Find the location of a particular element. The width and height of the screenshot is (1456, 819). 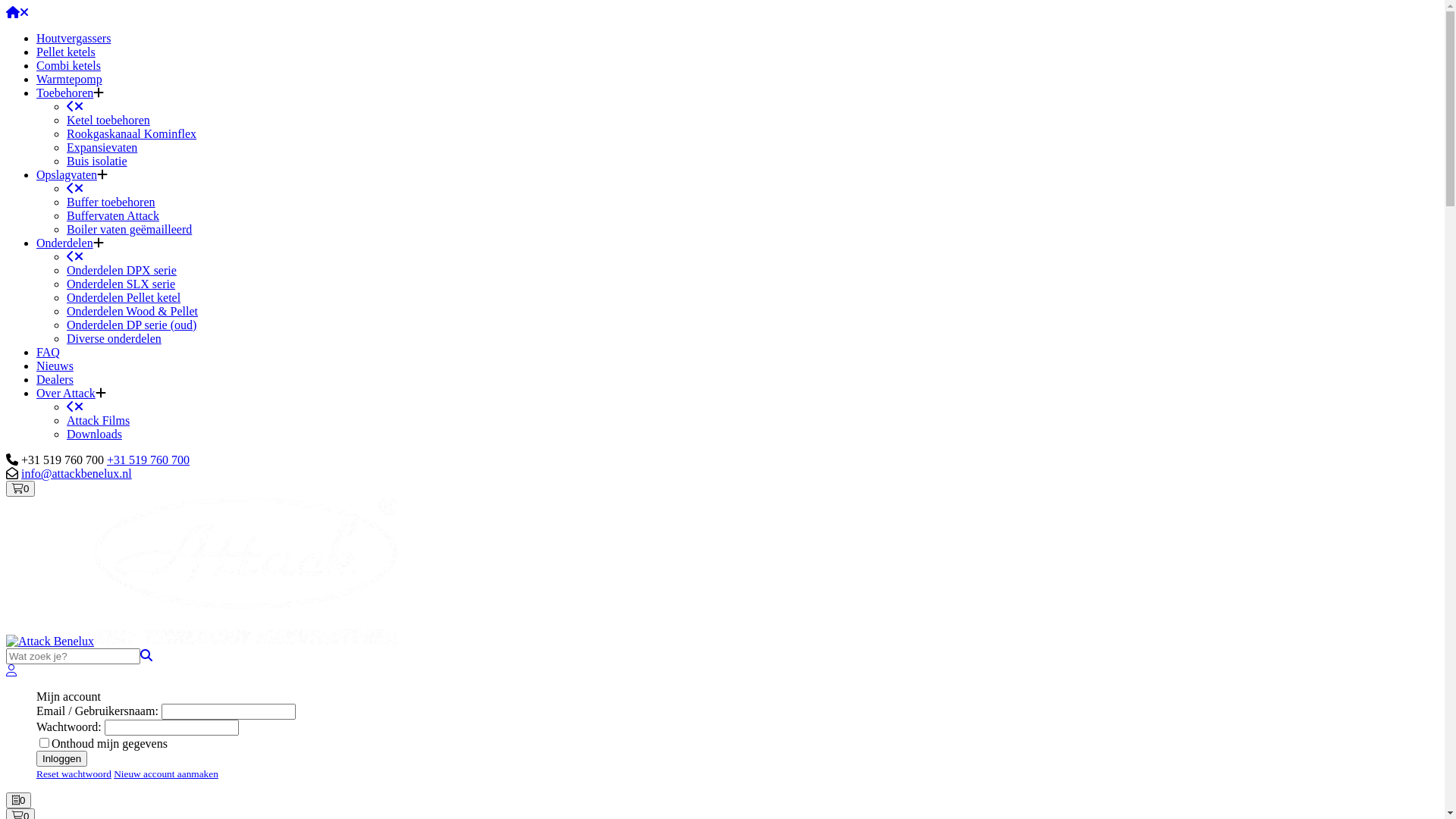

'Buffervaten Attack' is located at coordinates (111, 215).